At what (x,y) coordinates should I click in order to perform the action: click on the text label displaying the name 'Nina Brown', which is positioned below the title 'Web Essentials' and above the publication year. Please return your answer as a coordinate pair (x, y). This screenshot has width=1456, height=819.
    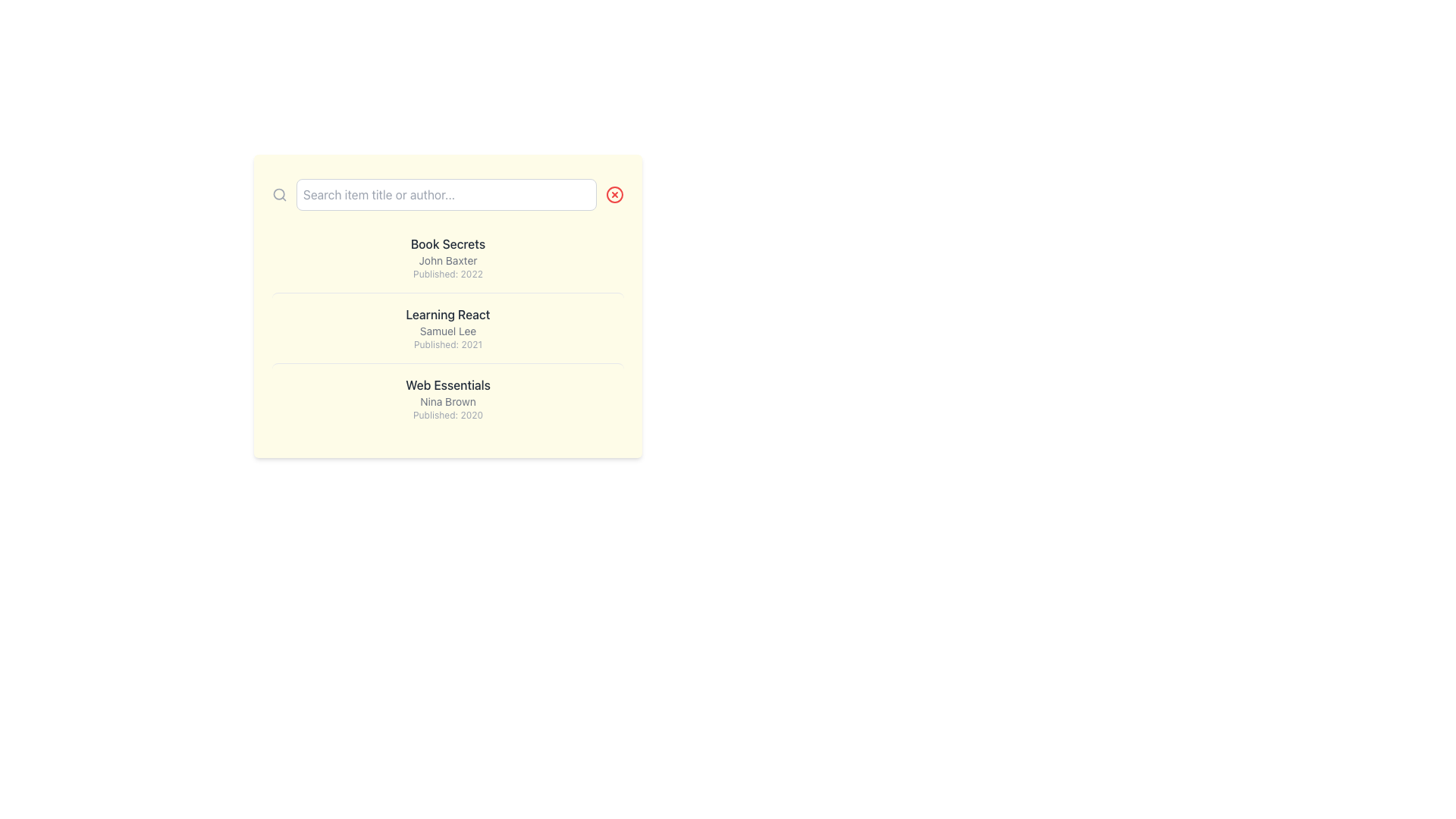
    Looking at the image, I should click on (447, 400).